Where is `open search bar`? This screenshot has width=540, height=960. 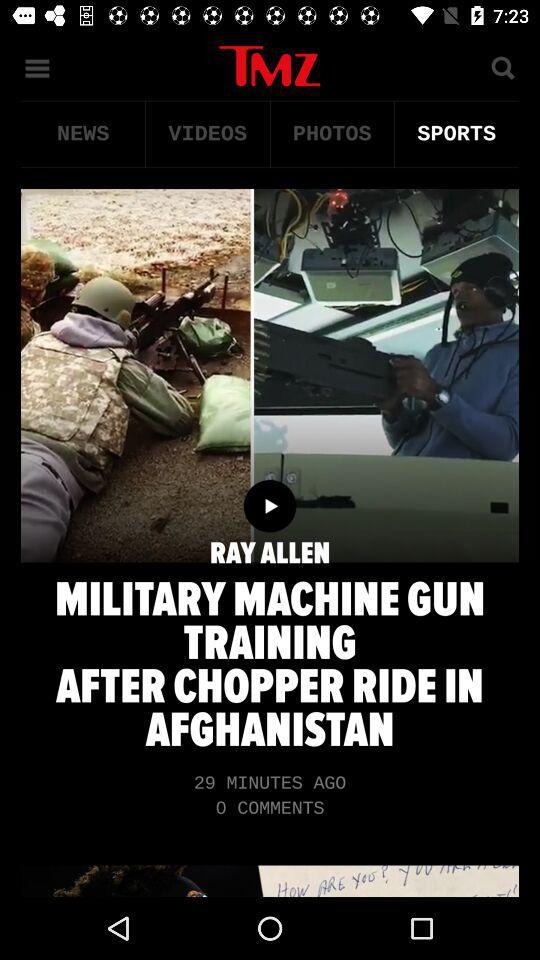 open search bar is located at coordinates (501, 66).